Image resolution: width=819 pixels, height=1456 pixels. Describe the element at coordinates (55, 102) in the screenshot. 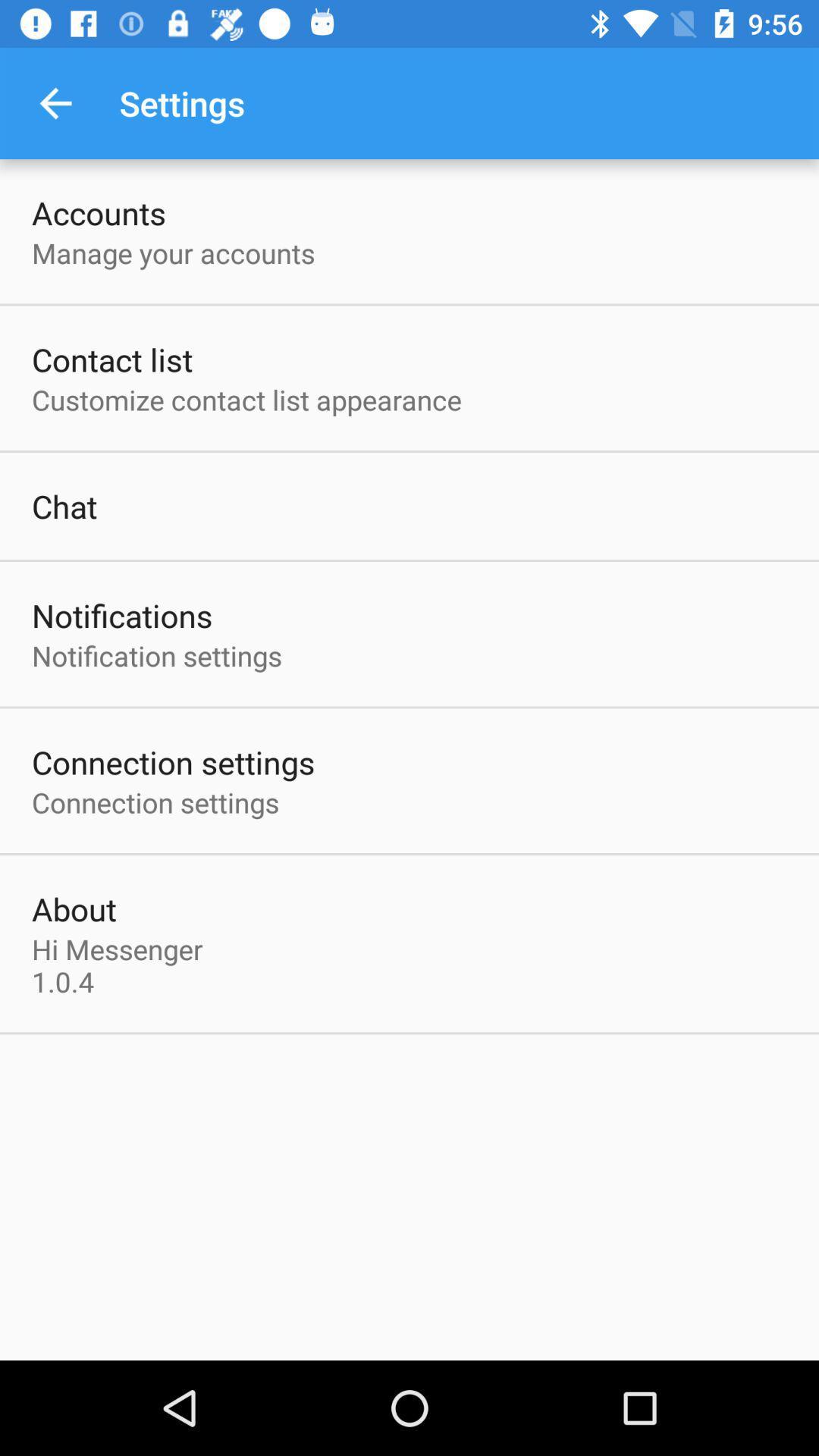

I see `icon above accounts icon` at that location.